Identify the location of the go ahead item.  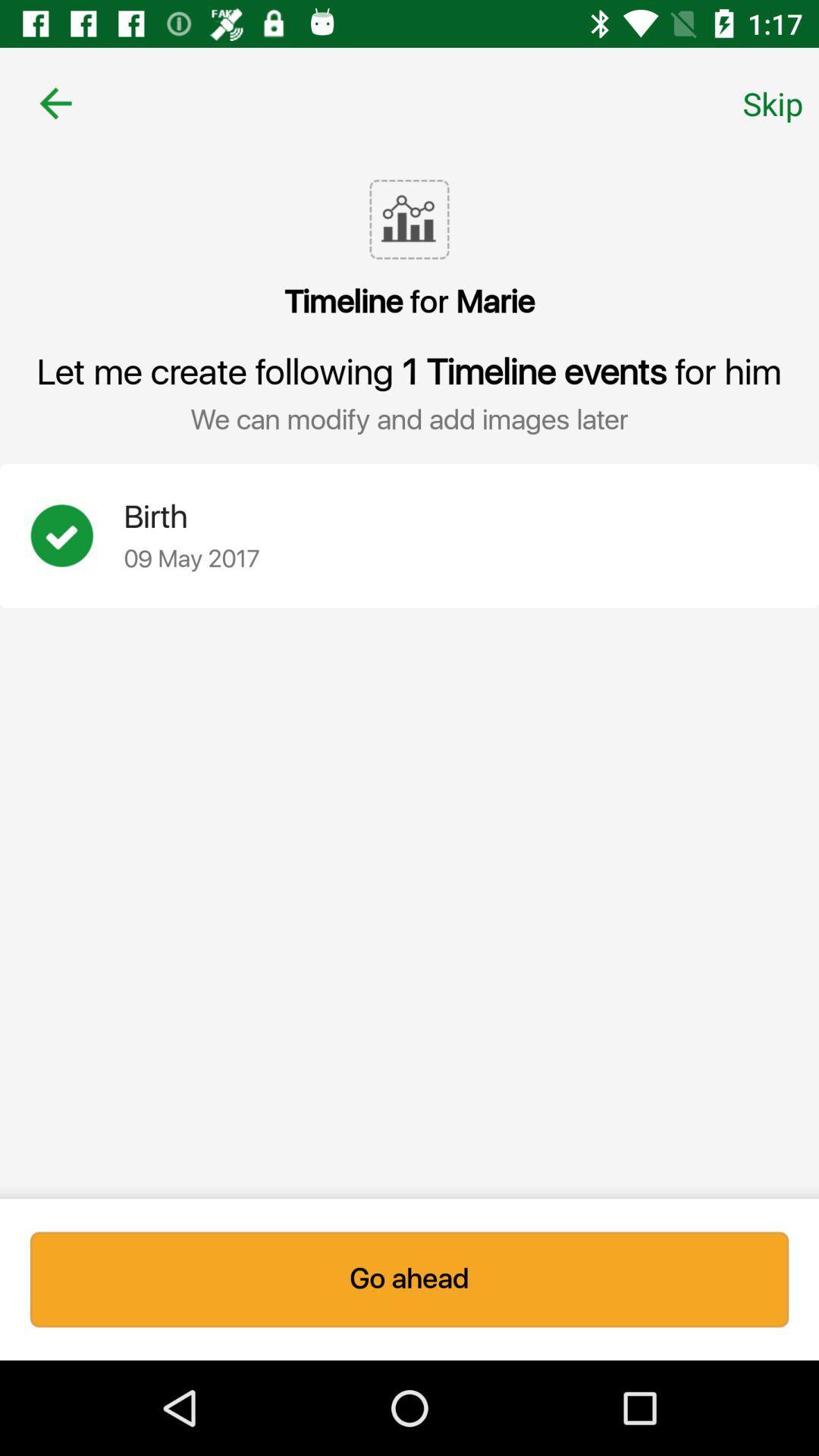
(409, 1279).